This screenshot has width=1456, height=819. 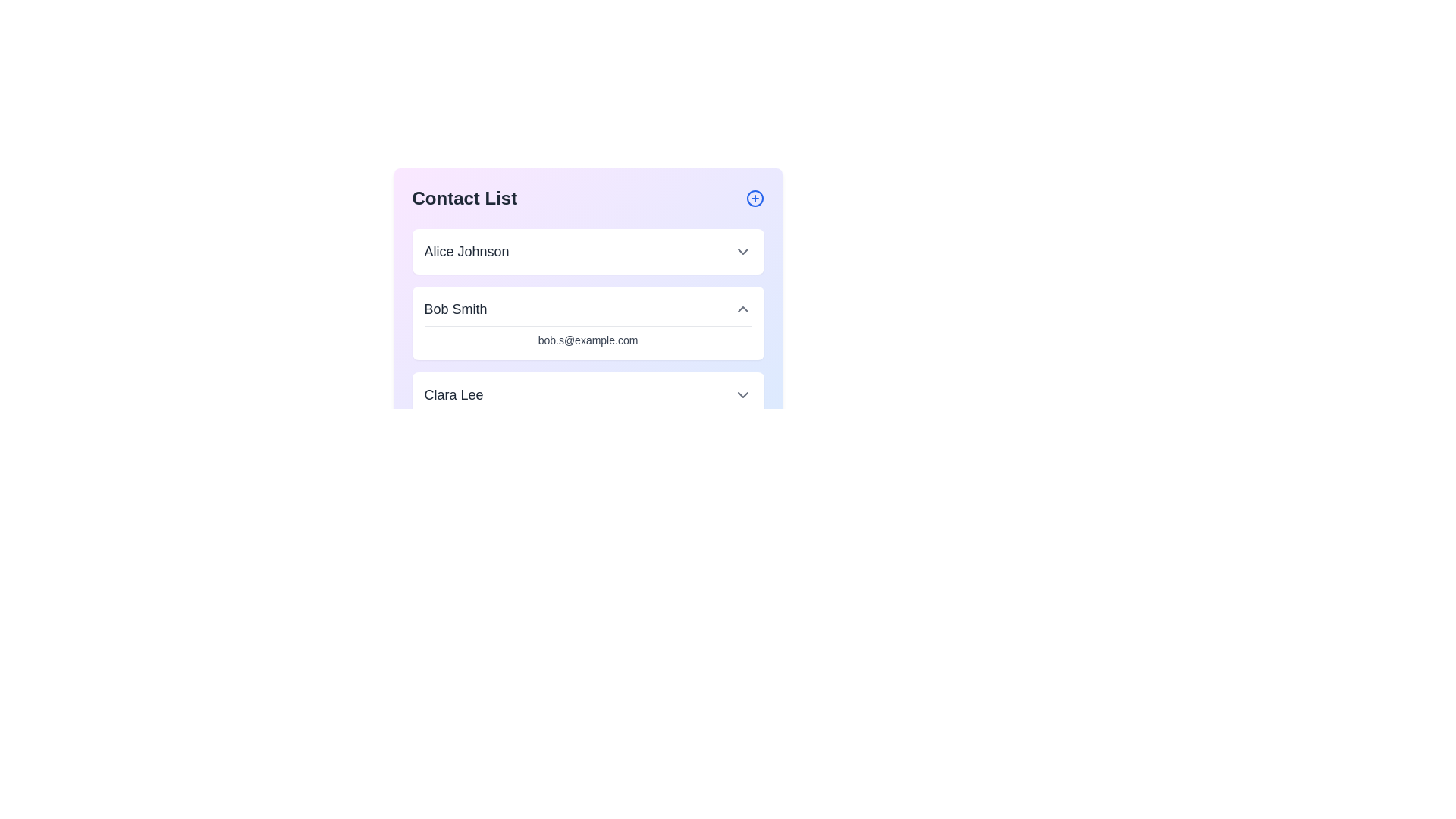 I want to click on the '+' button to add a new contact, so click(x=755, y=198).